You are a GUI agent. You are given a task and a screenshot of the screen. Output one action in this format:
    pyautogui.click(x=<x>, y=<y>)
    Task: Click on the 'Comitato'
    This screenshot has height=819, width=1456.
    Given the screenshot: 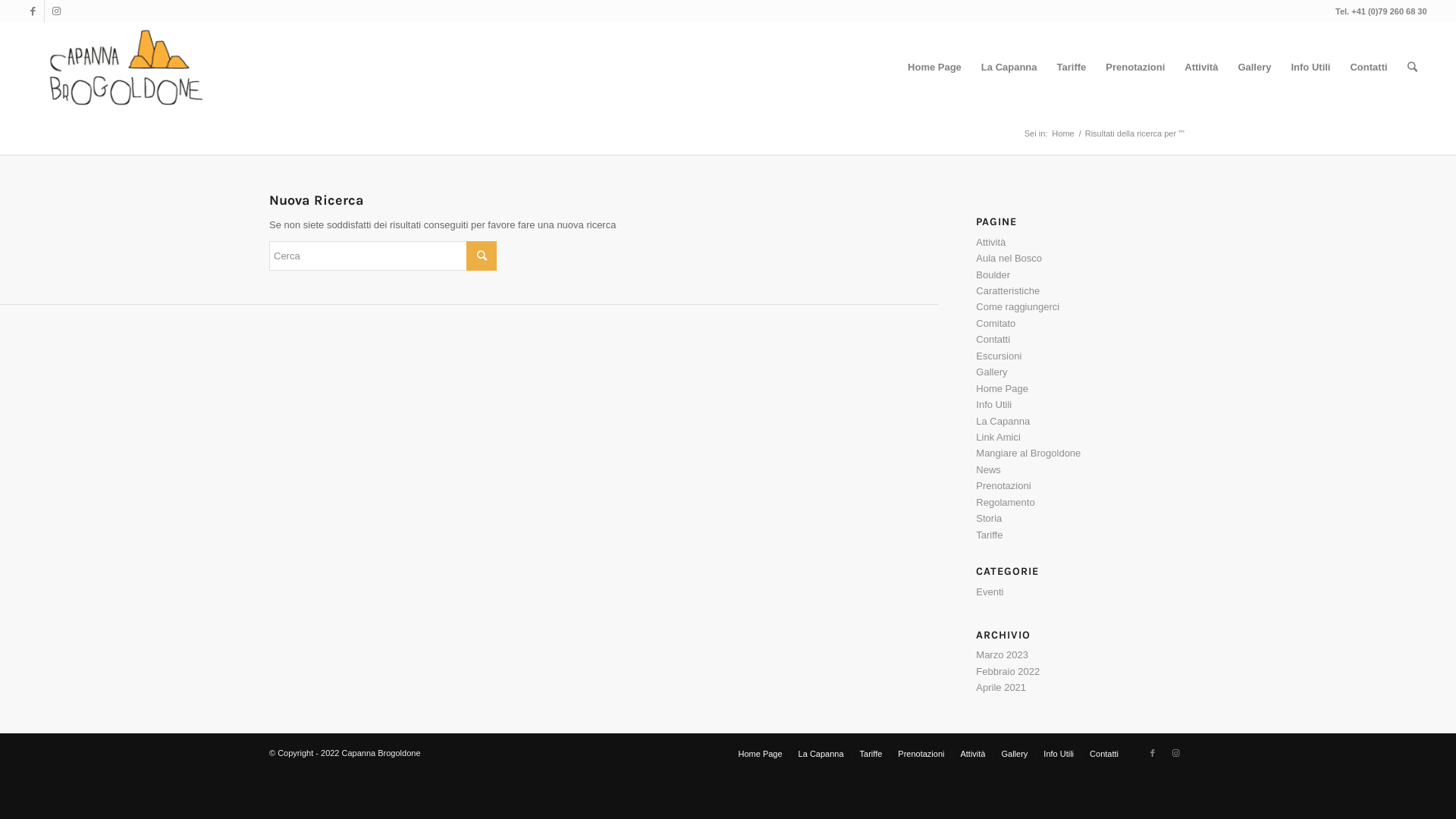 What is the action you would take?
    pyautogui.click(x=975, y=322)
    